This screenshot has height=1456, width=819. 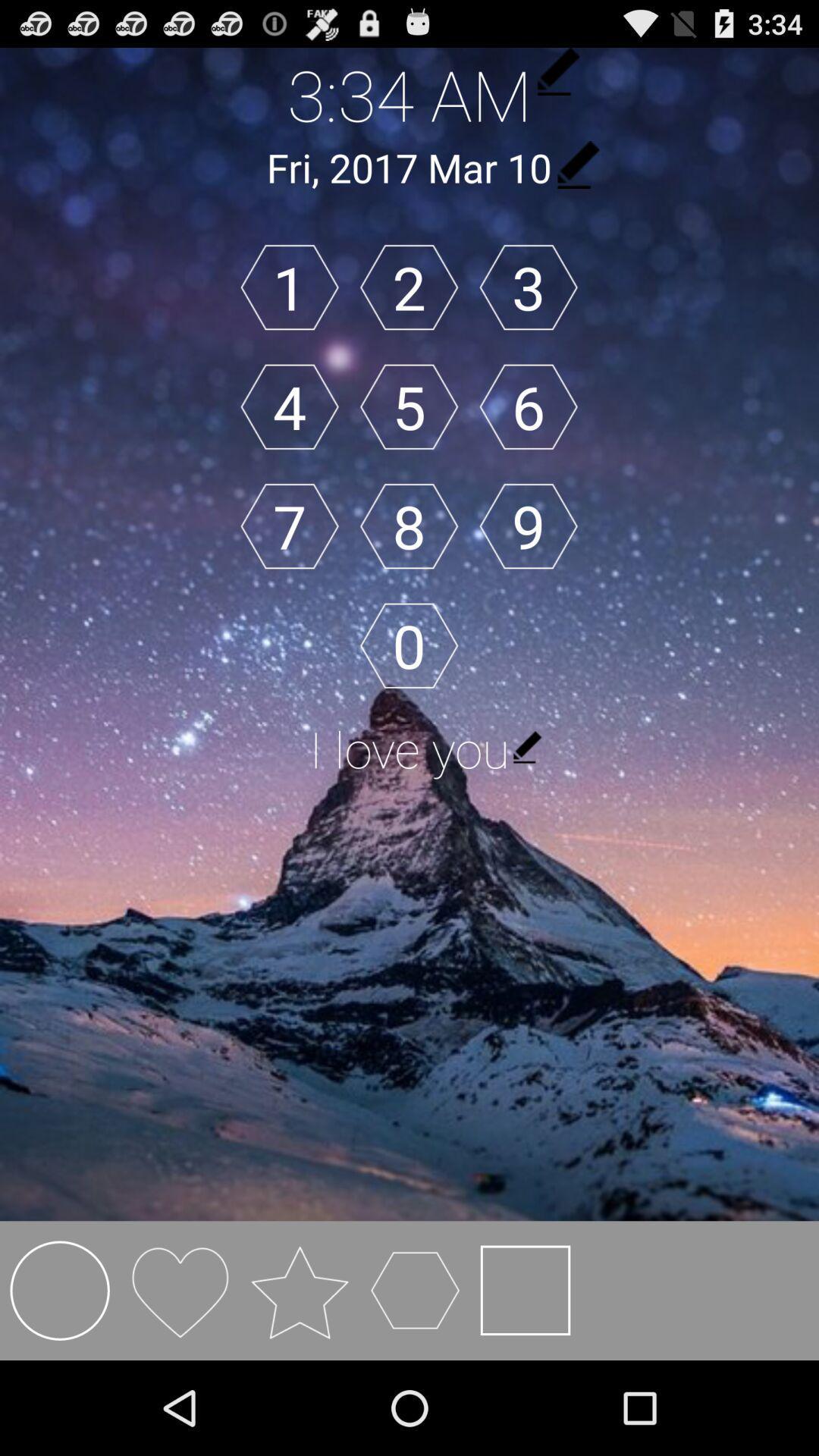 What do you see at coordinates (290, 406) in the screenshot?
I see `item below 1 icon` at bounding box center [290, 406].